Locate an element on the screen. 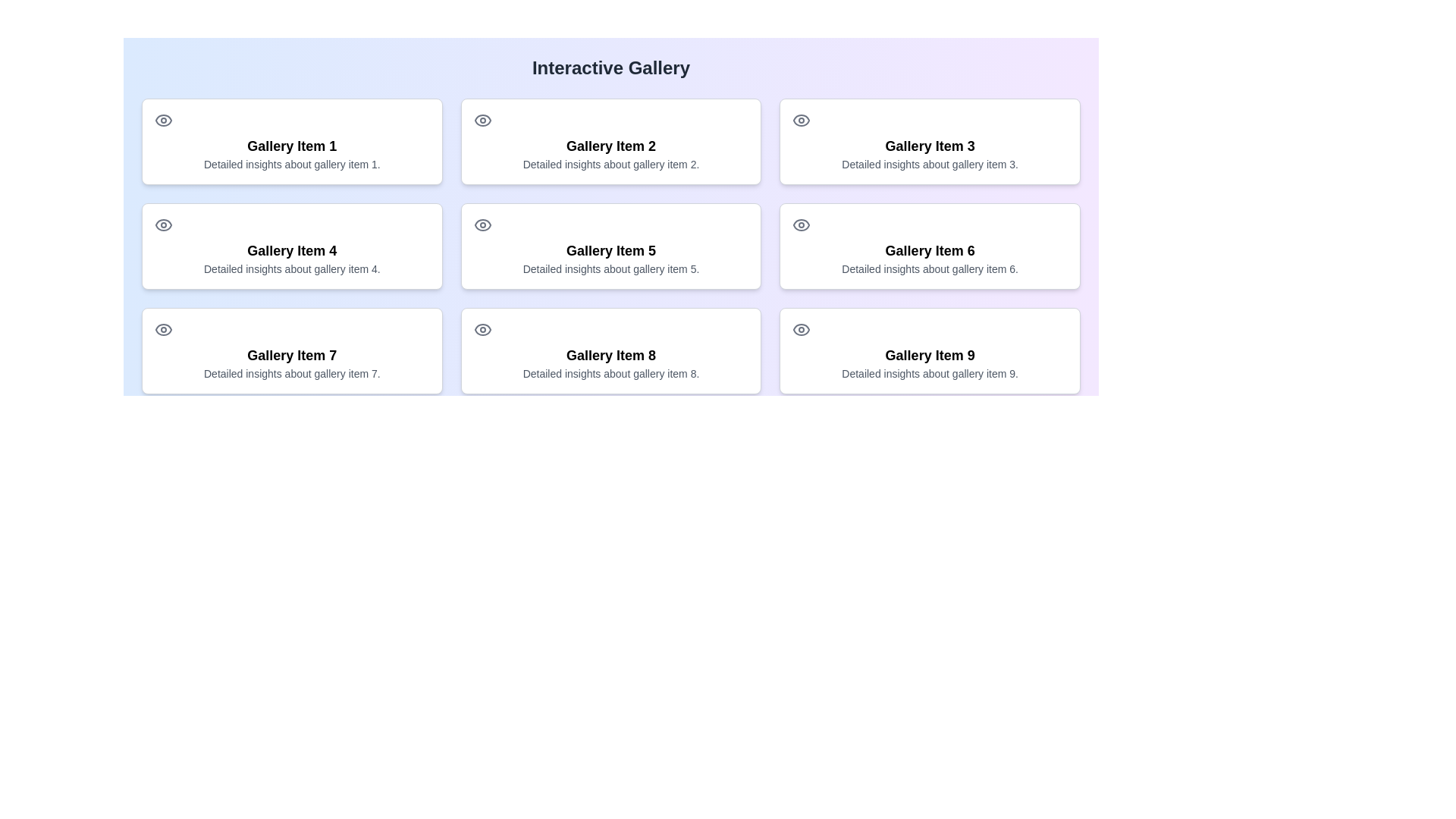  the text label displaying 'Gallery Item 3' which is bold, larger, and centrally aligned within its card is located at coordinates (929, 146).